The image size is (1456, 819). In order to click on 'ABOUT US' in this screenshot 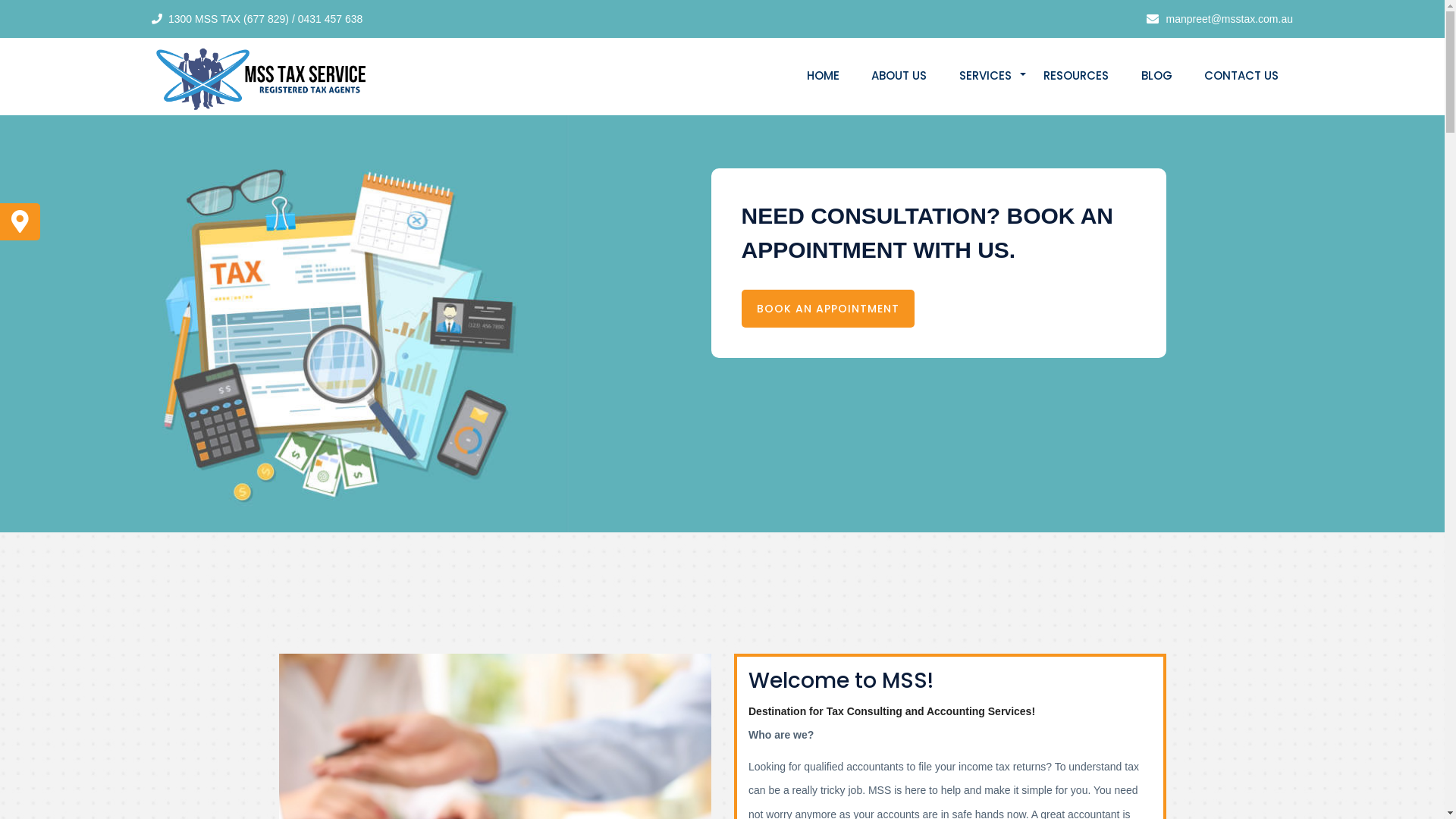, I will do `click(899, 76)`.